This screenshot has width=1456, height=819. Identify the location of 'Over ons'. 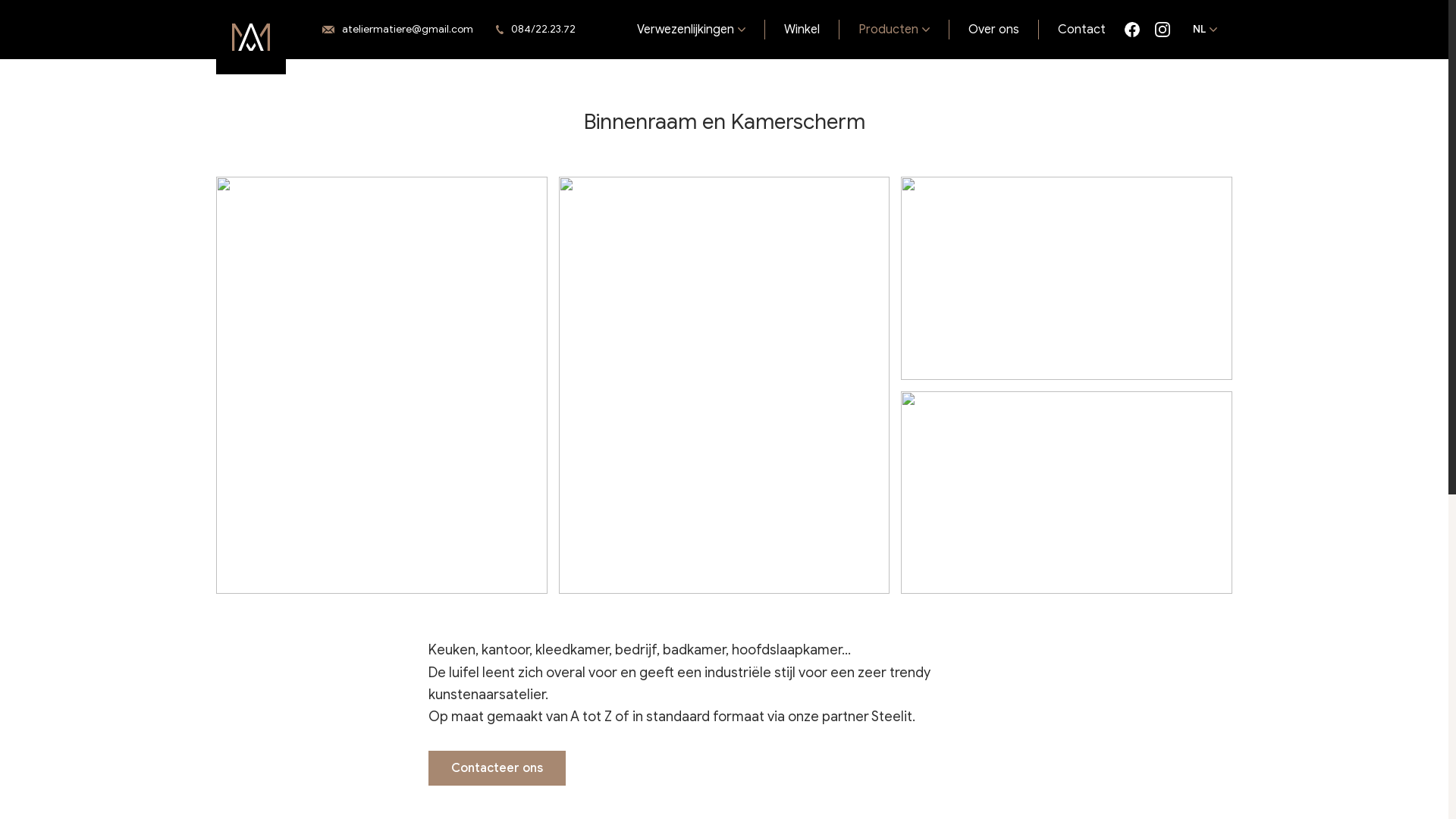
(993, 29).